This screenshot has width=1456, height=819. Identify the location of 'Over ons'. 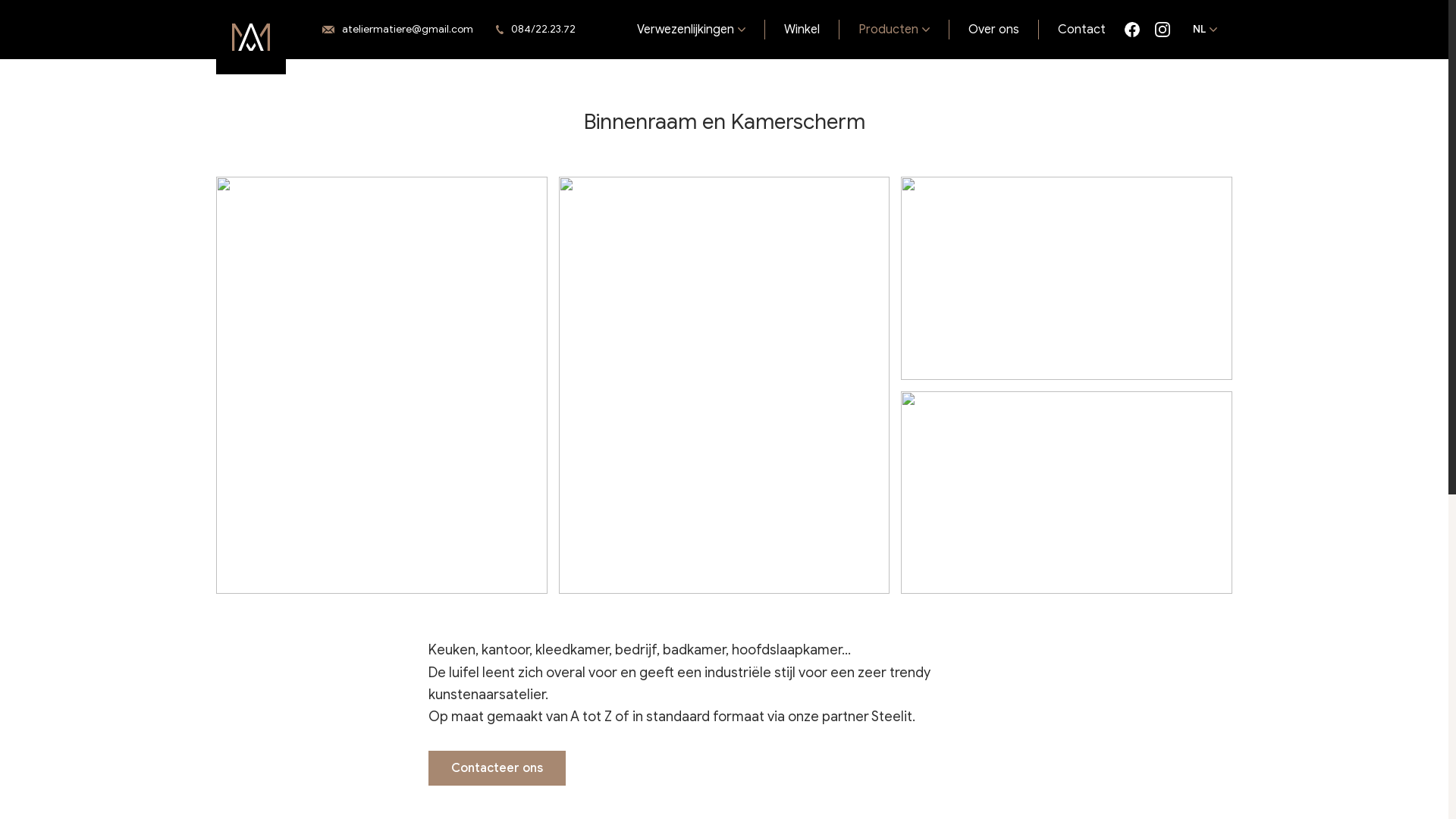
(993, 29).